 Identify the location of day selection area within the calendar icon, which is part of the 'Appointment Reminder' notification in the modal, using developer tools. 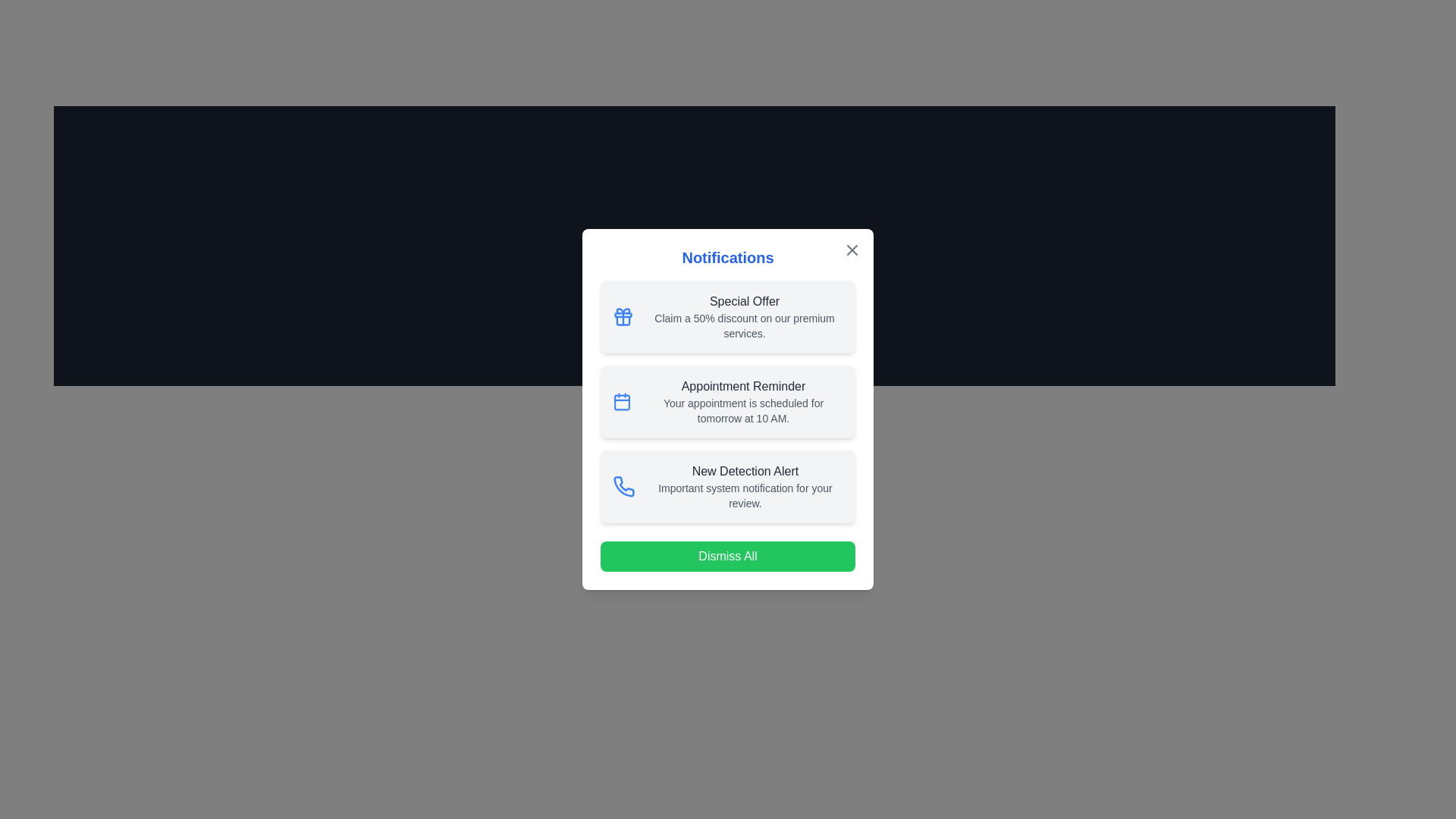
(622, 402).